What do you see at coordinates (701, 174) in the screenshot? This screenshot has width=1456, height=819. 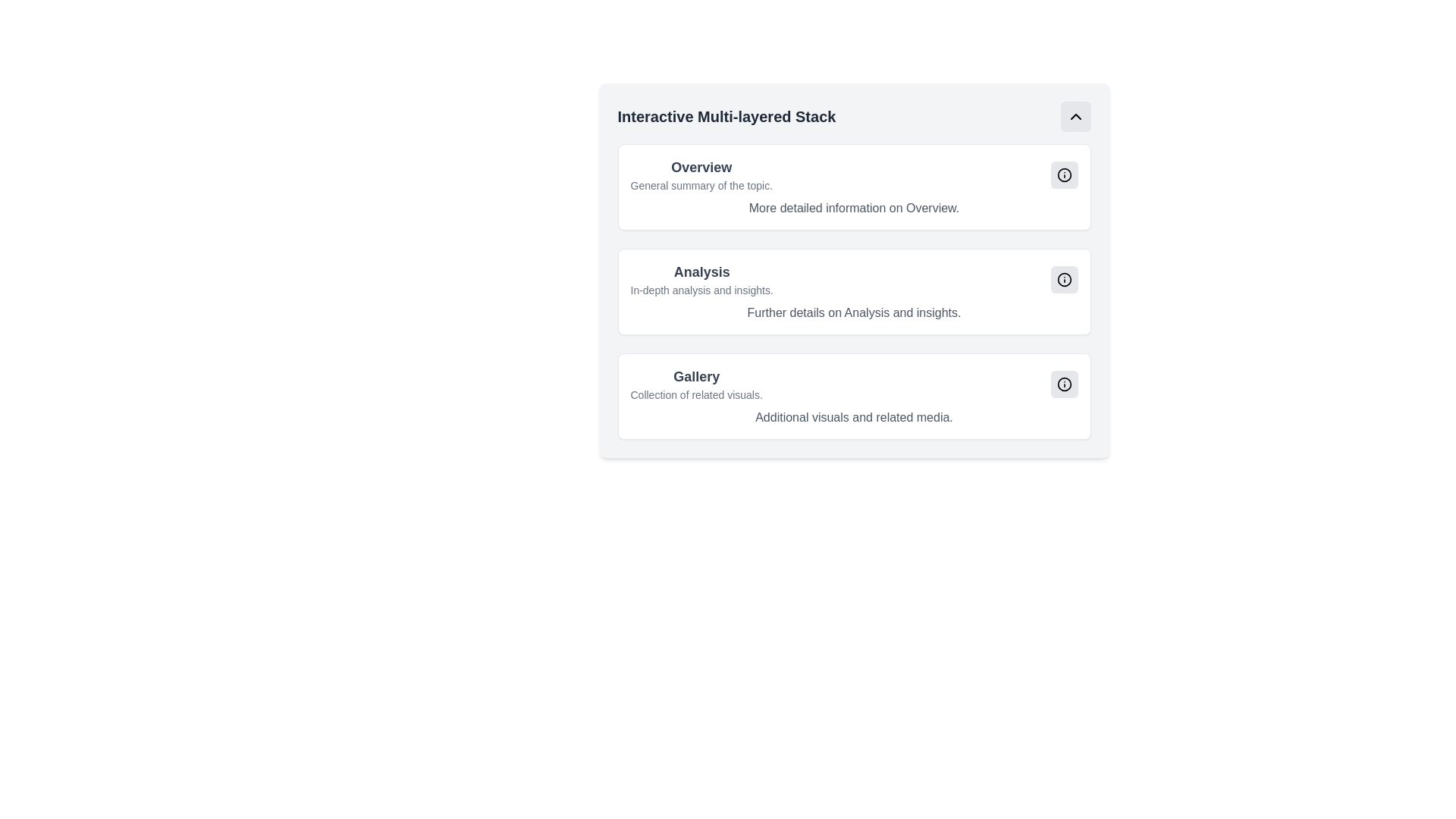 I see `the title and description Text Block located at the top of the 'Interactive Multi-layered Stack' card` at bounding box center [701, 174].